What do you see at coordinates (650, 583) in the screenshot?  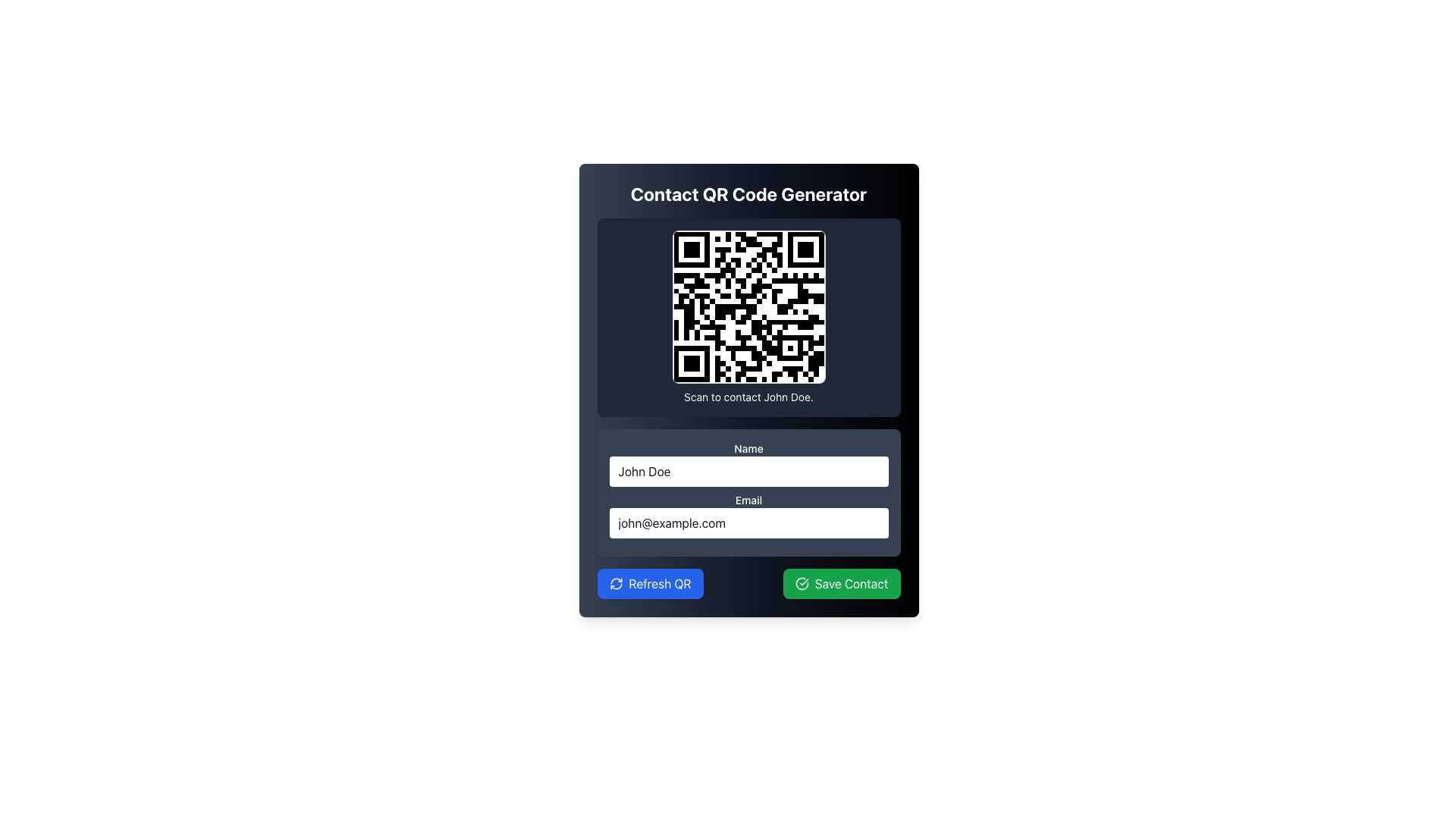 I see `the 'Refresh QR' button, which is a rectangular button with a blue background and white text, located in the bottom left corner of the interface` at bounding box center [650, 583].